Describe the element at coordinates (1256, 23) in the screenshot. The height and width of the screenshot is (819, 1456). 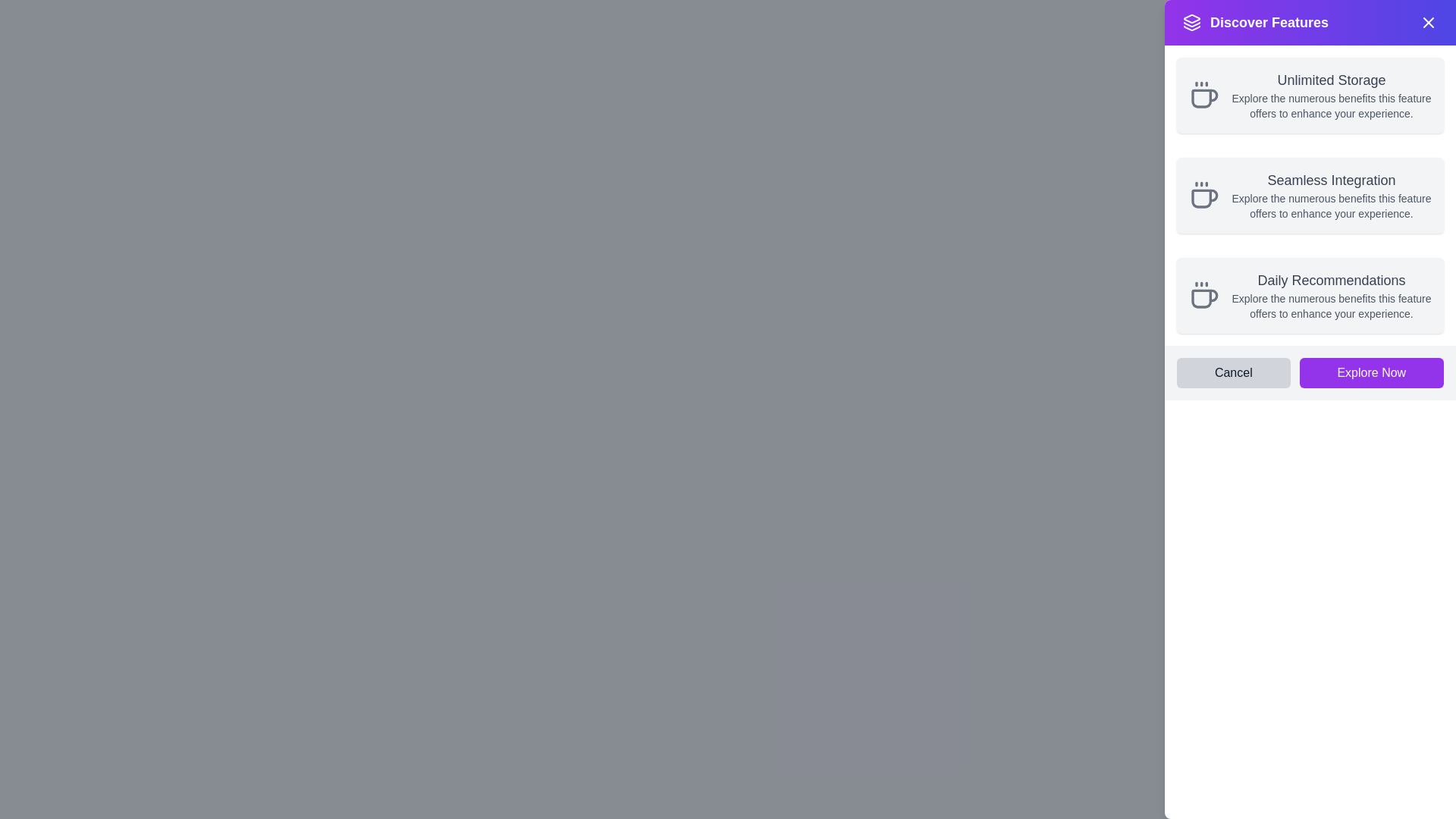
I see `the heading element that features an icon depicting stack-like layers and the text 'Discover Features', located at the top of the modal window` at that location.